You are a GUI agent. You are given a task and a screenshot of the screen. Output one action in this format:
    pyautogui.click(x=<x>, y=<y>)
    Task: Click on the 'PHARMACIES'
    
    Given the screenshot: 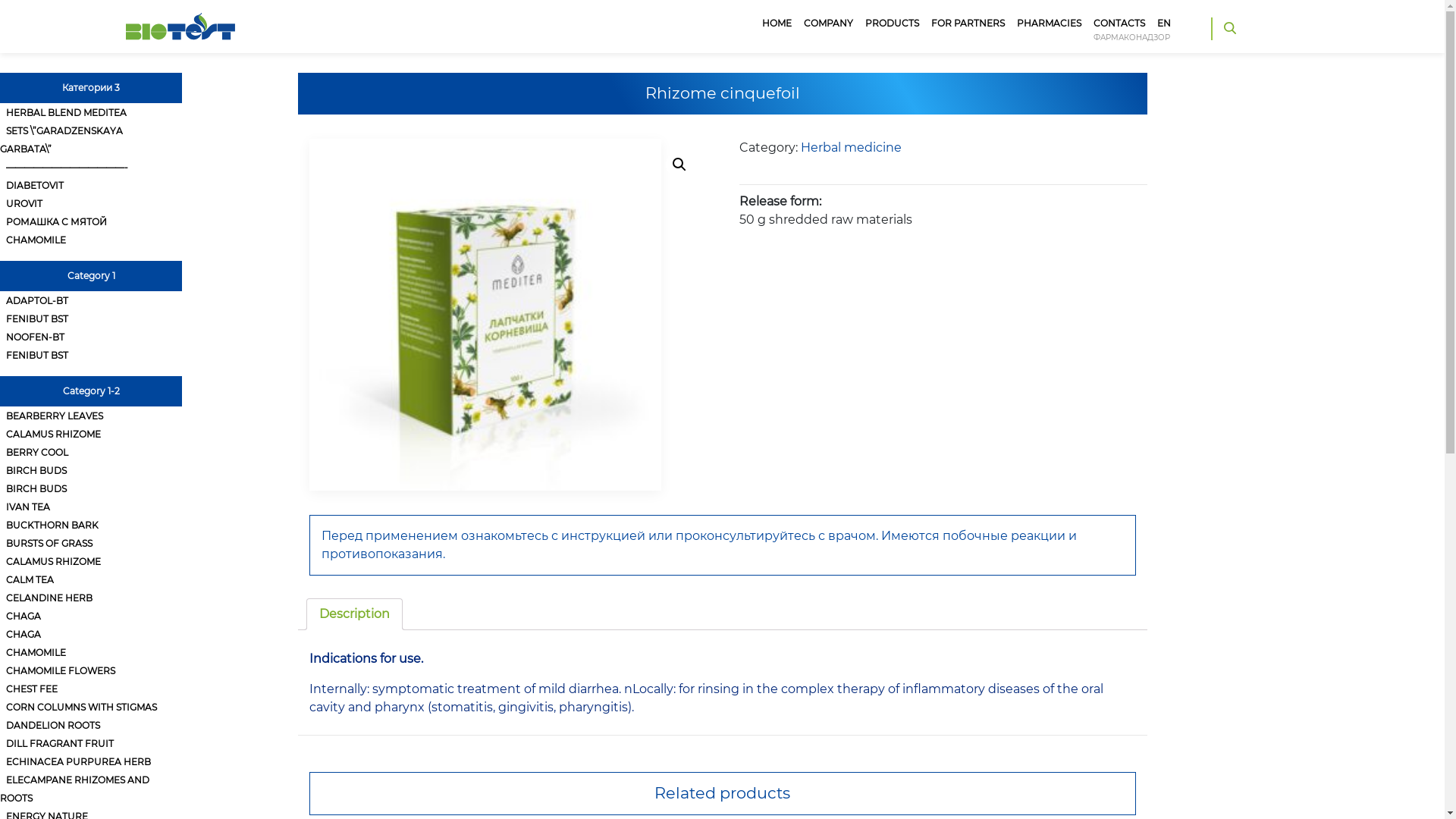 What is the action you would take?
    pyautogui.click(x=1048, y=23)
    